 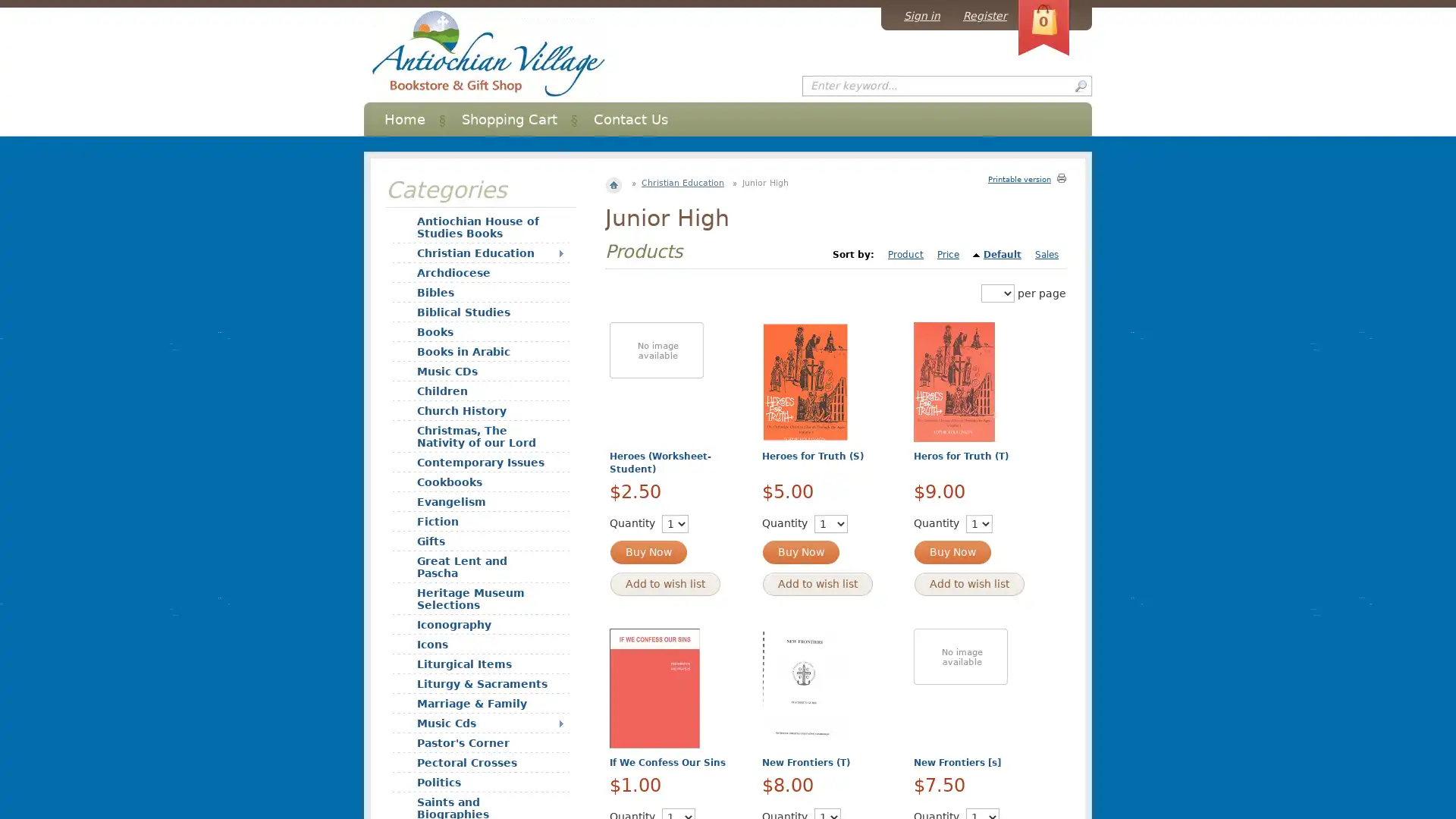 What do you see at coordinates (665, 583) in the screenshot?
I see `Add to wish list` at bounding box center [665, 583].